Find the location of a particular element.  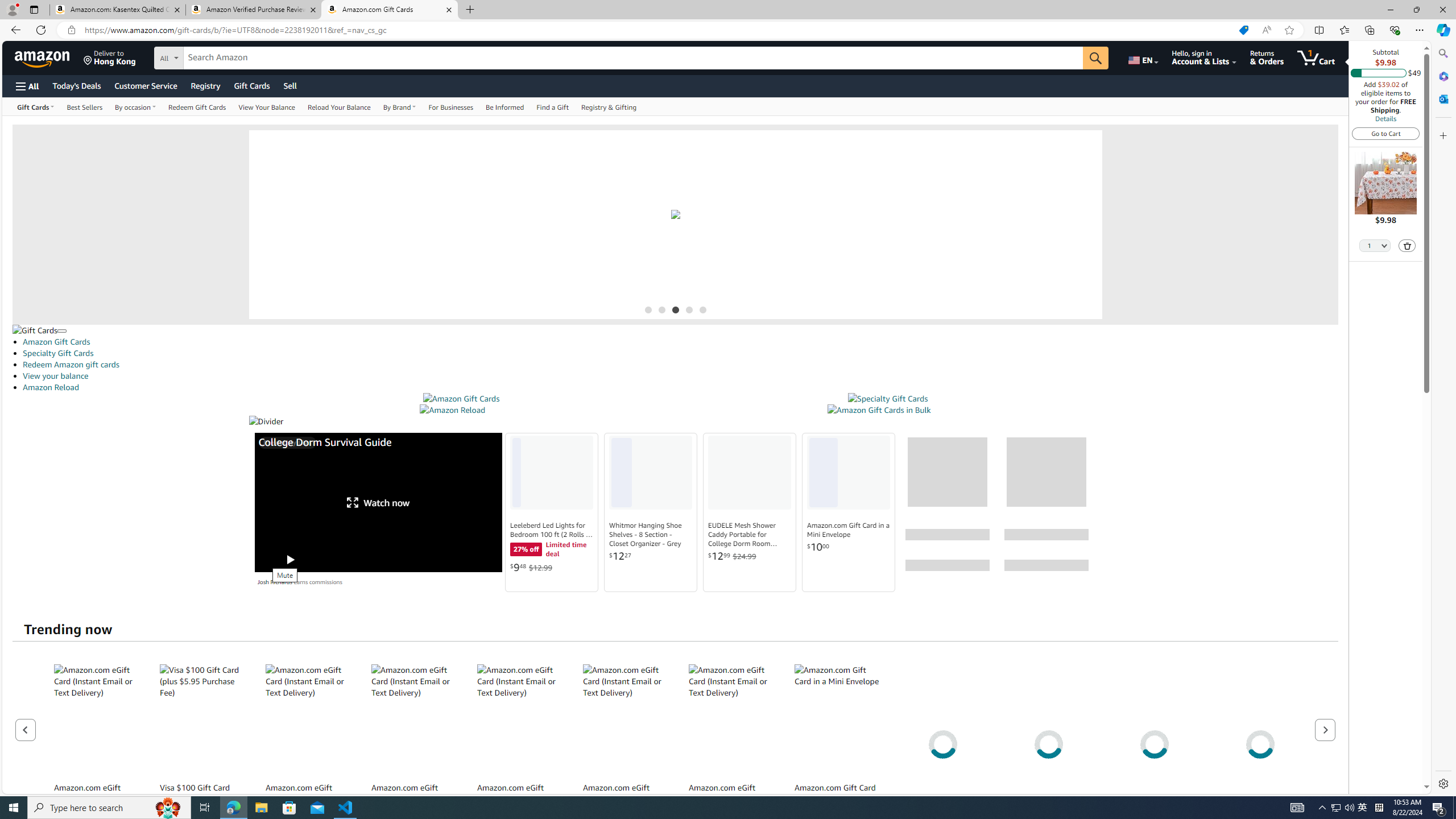

'Specialty Gift Cards' is located at coordinates (888, 398).